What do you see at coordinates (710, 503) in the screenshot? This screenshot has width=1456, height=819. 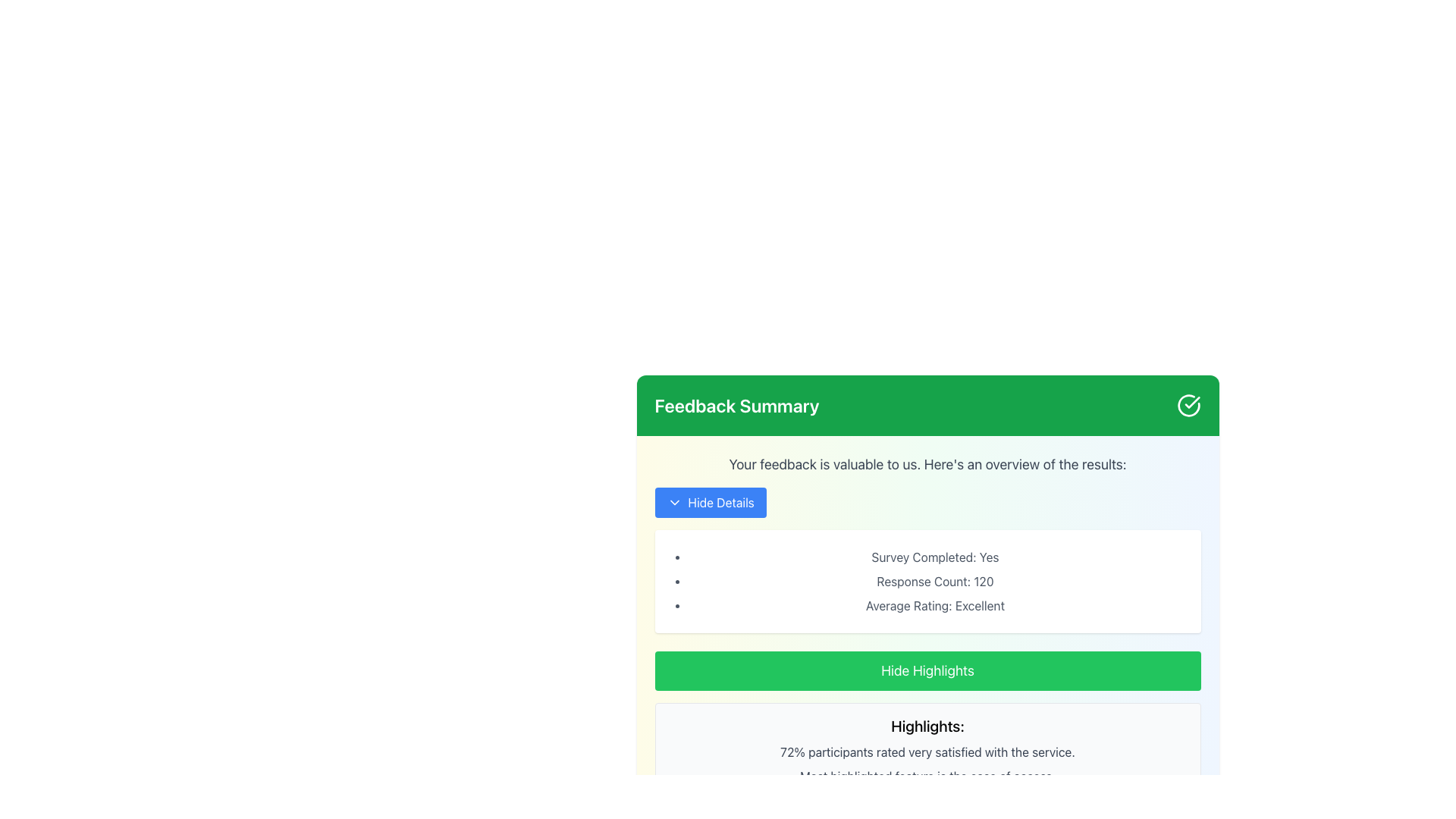 I see `the rectangular blue button with rounded corners labeled 'Hide Details'` at bounding box center [710, 503].